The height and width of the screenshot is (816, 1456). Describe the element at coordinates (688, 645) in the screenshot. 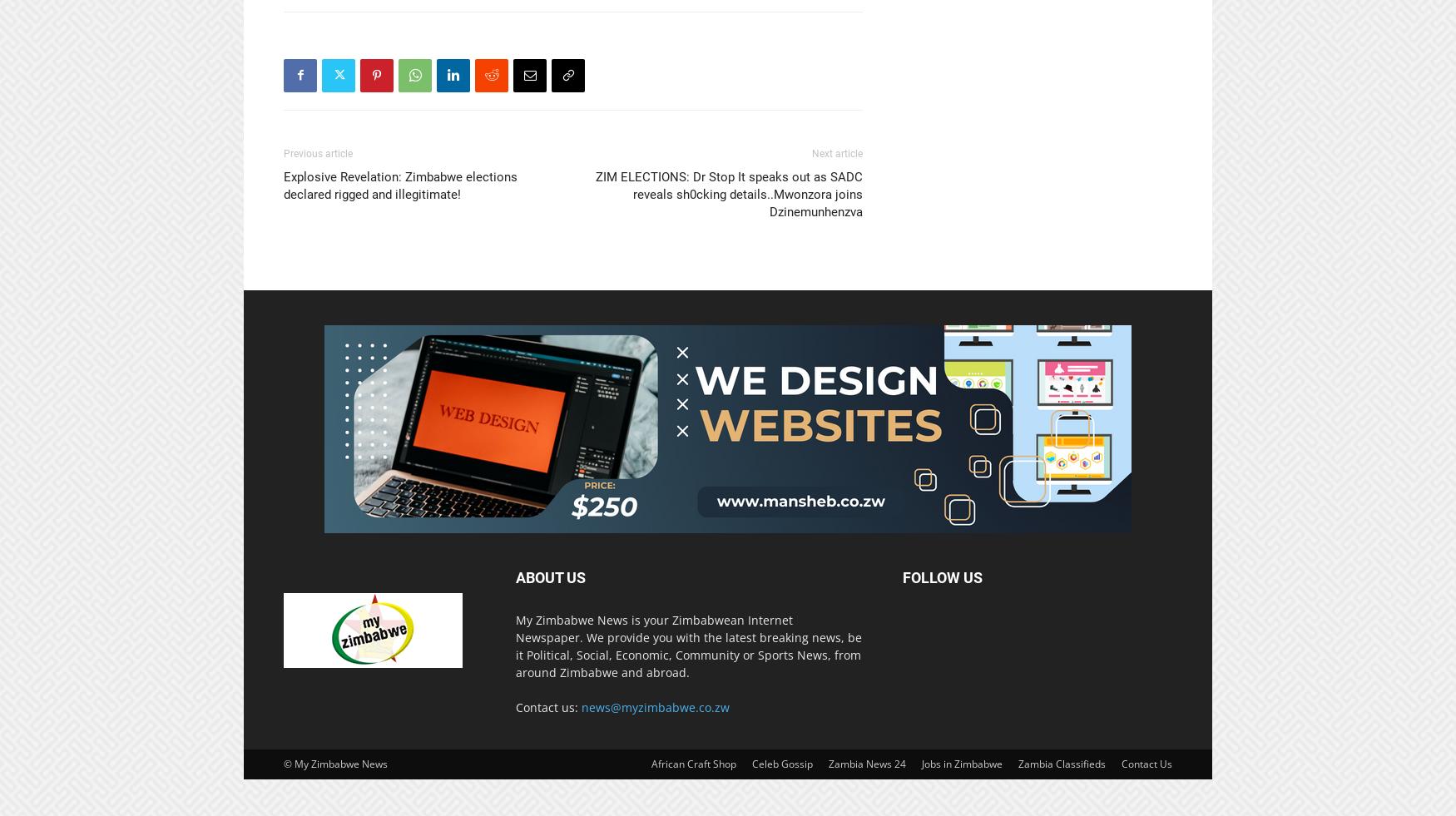

I see `'My Zimbabwe News is your Zimbabwean Internet Newspaper. We provide you with the latest breaking news, be it Political, Social, Economic, Community or Sports News, from around Zimbabwe and abroad.'` at that location.